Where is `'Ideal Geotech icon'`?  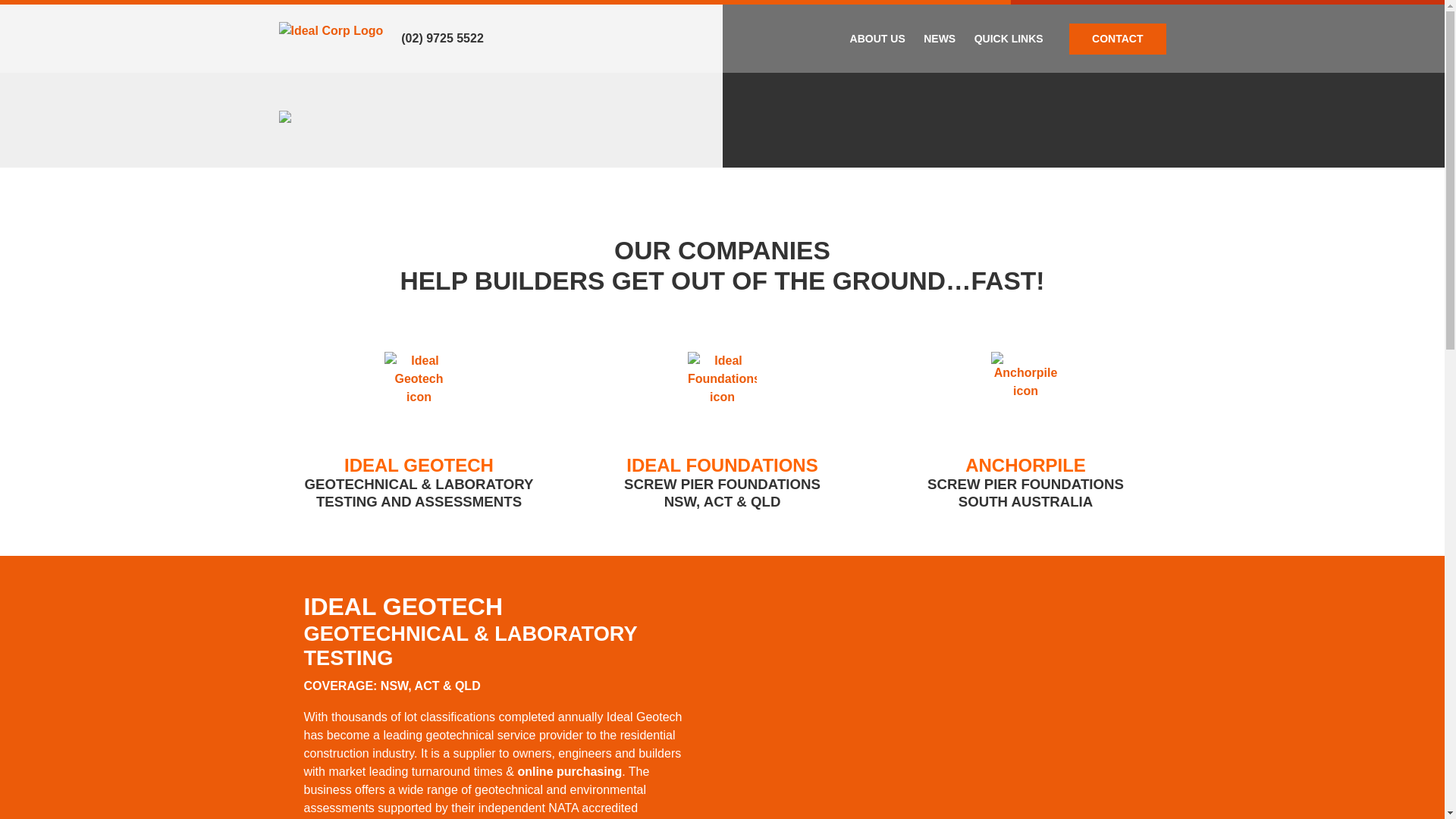
'Ideal Geotech icon' is located at coordinates (384, 388).